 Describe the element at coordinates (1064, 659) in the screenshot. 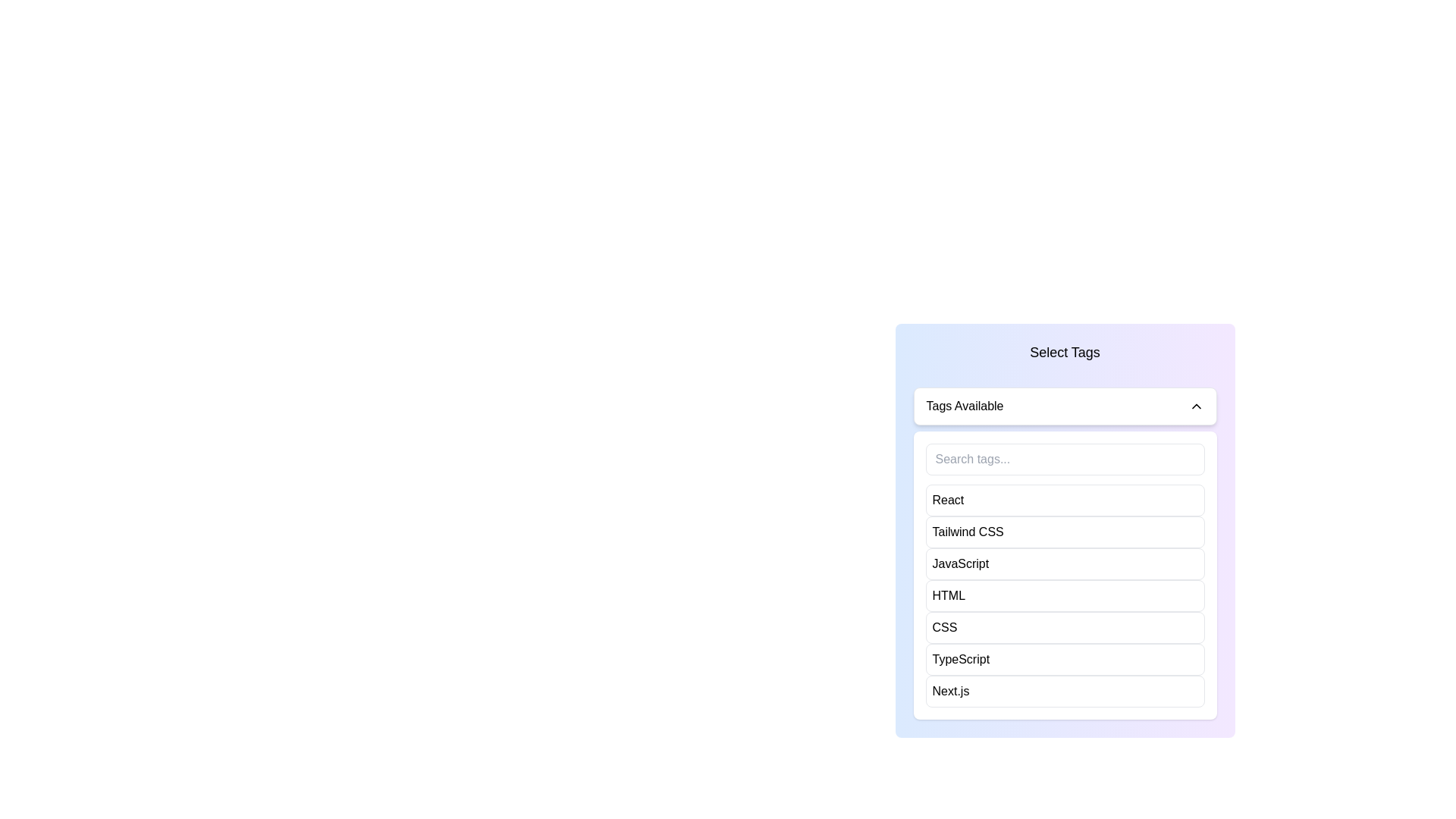

I see `the 'TypeScript' tag entry within the 'Tags Available' dropdown, which is styled with padding and rounded corners` at that location.